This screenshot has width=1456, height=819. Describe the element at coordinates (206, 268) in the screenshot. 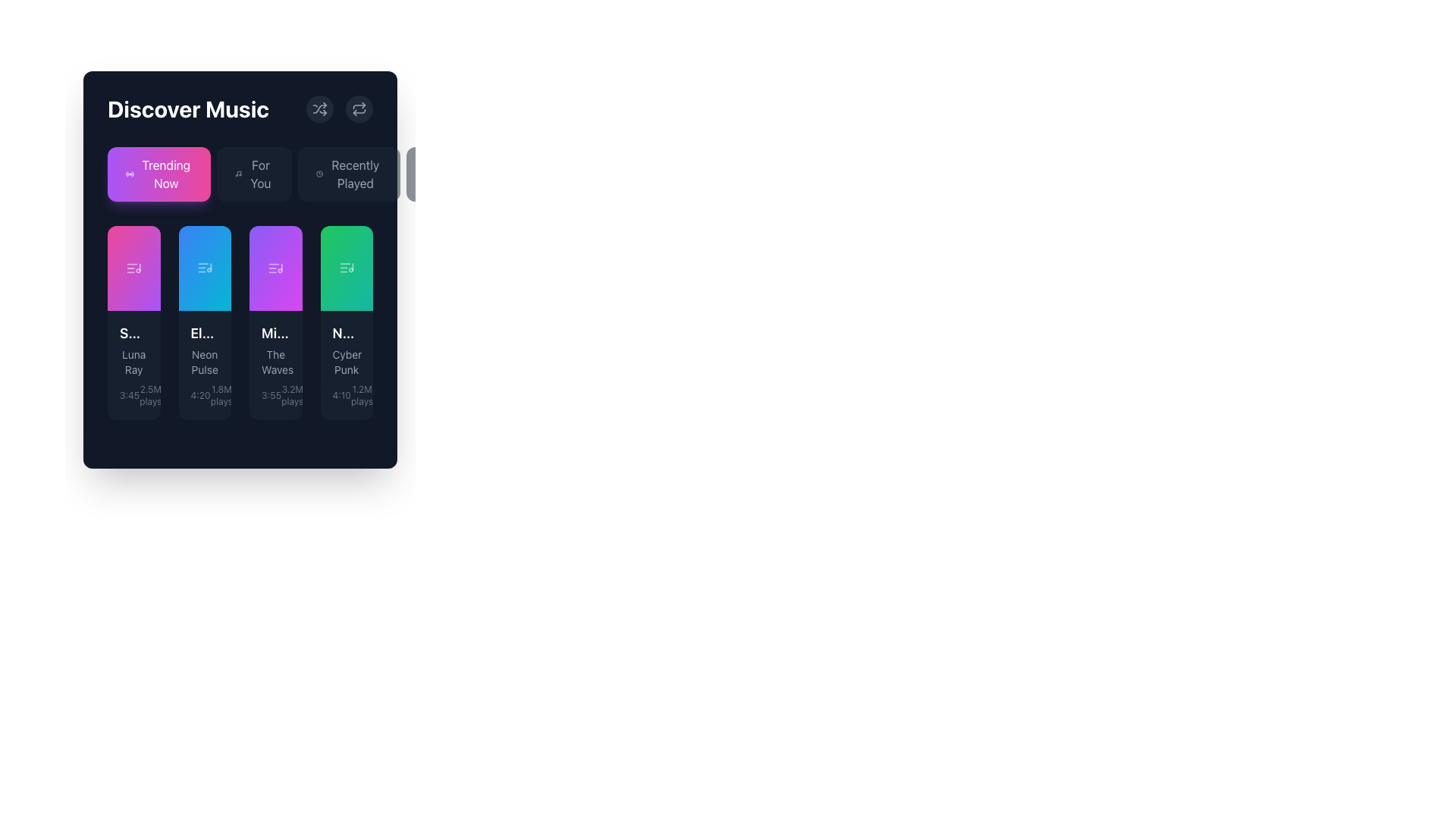

I see `the 'play' icon located in the center of the second card in the 'Discover Music' section` at that location.